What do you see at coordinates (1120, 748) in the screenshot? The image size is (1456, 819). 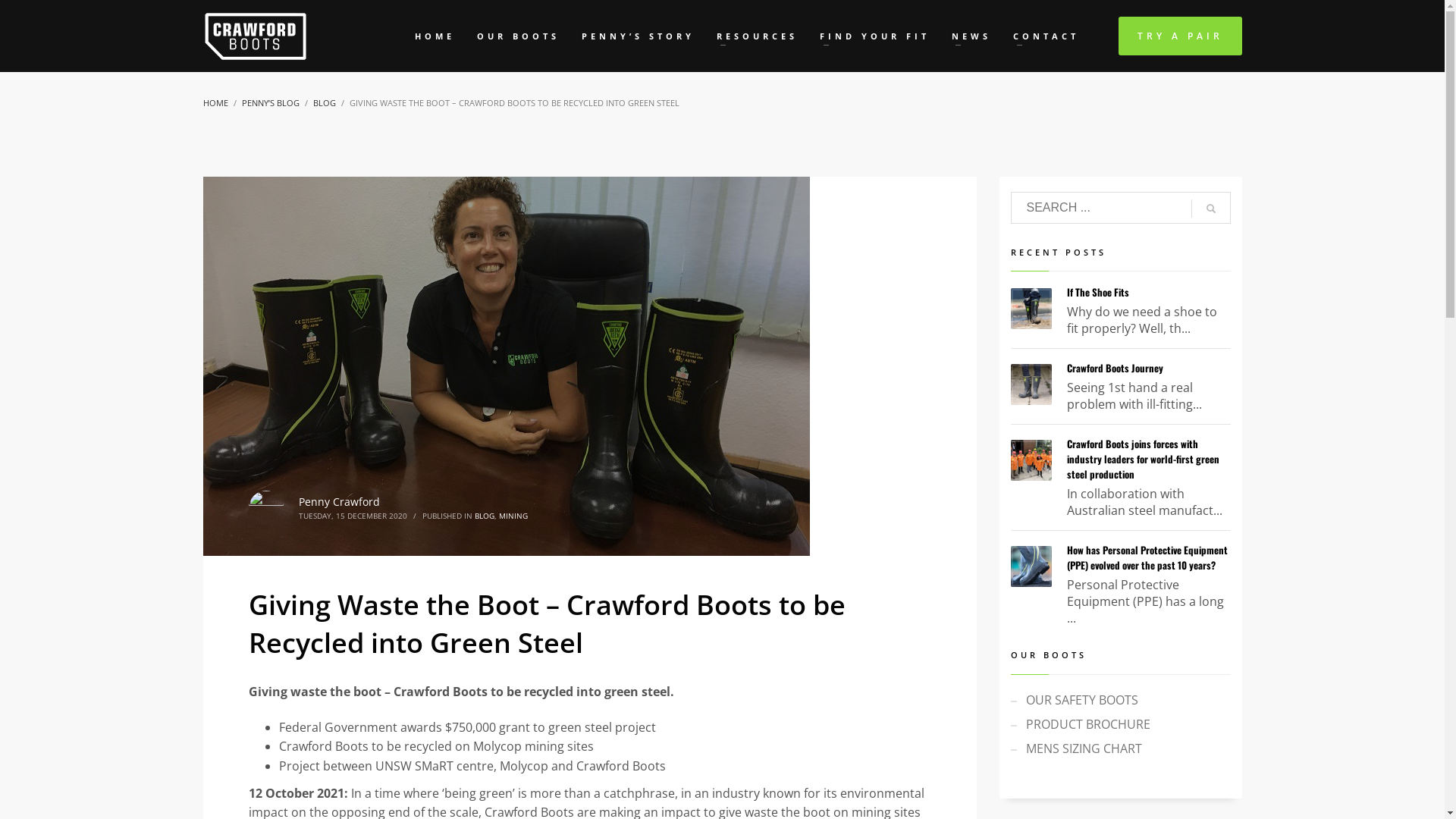 I see `'MENS SIZING CHART'` at bounding box center [1120, 748].